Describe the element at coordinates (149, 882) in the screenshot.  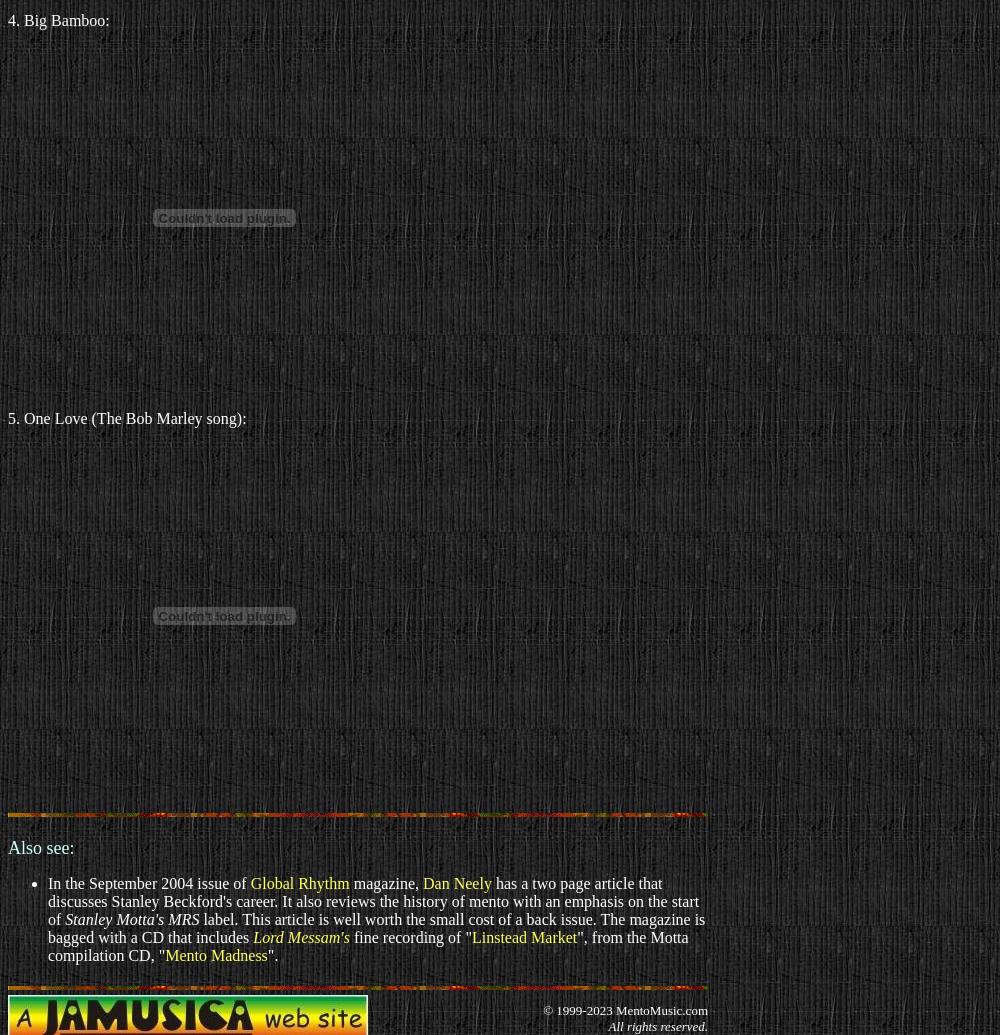
I see `'In the September 
			2004 issue of'` at that location.